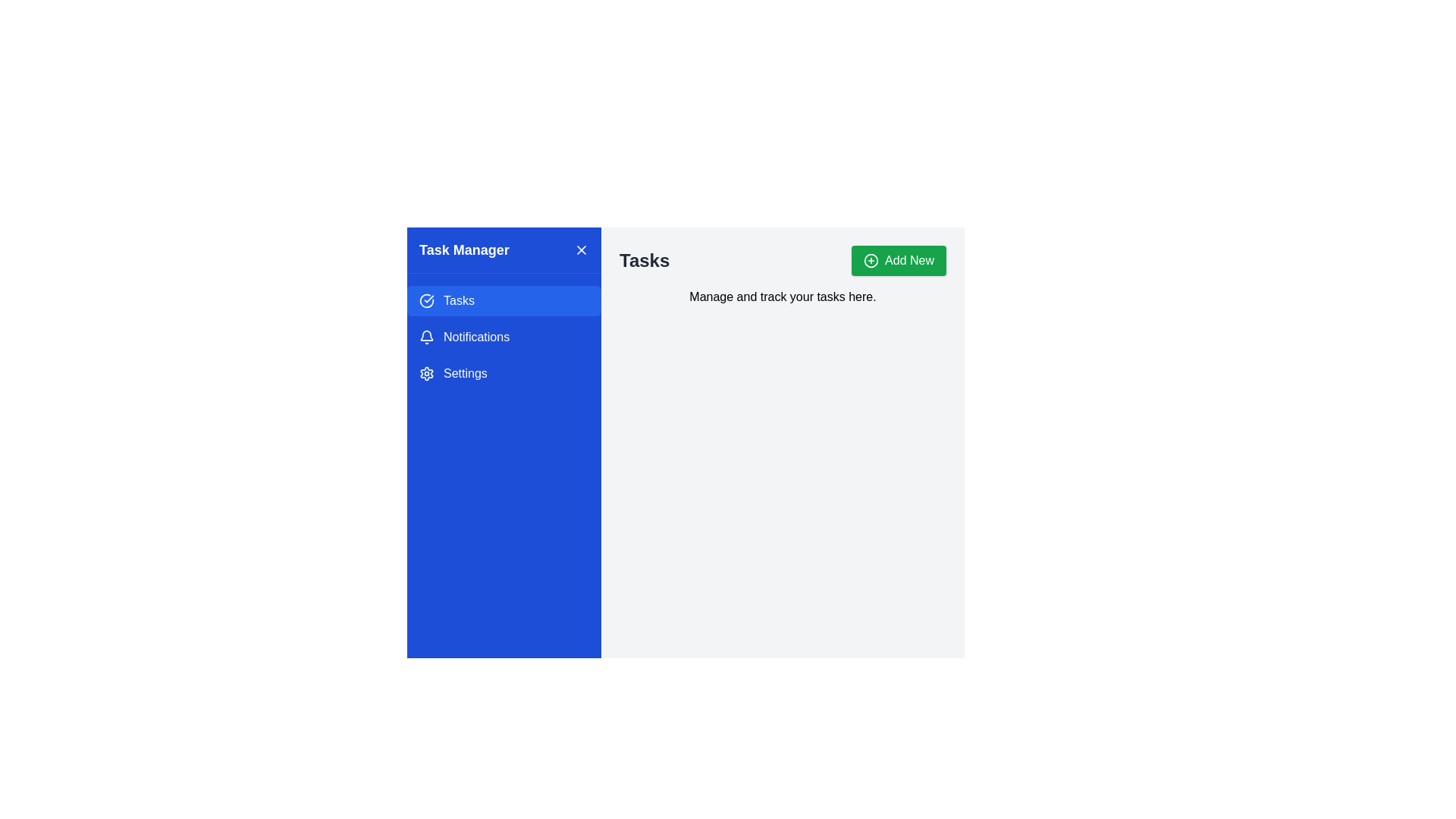  What do you see at coordinates (783, 297) in the screenshot?
I see `the static text element located beneath the 'Add New' button and the 'Tasks' title, which serves as a description or guidance message for users` at bounding box center [783, 297].